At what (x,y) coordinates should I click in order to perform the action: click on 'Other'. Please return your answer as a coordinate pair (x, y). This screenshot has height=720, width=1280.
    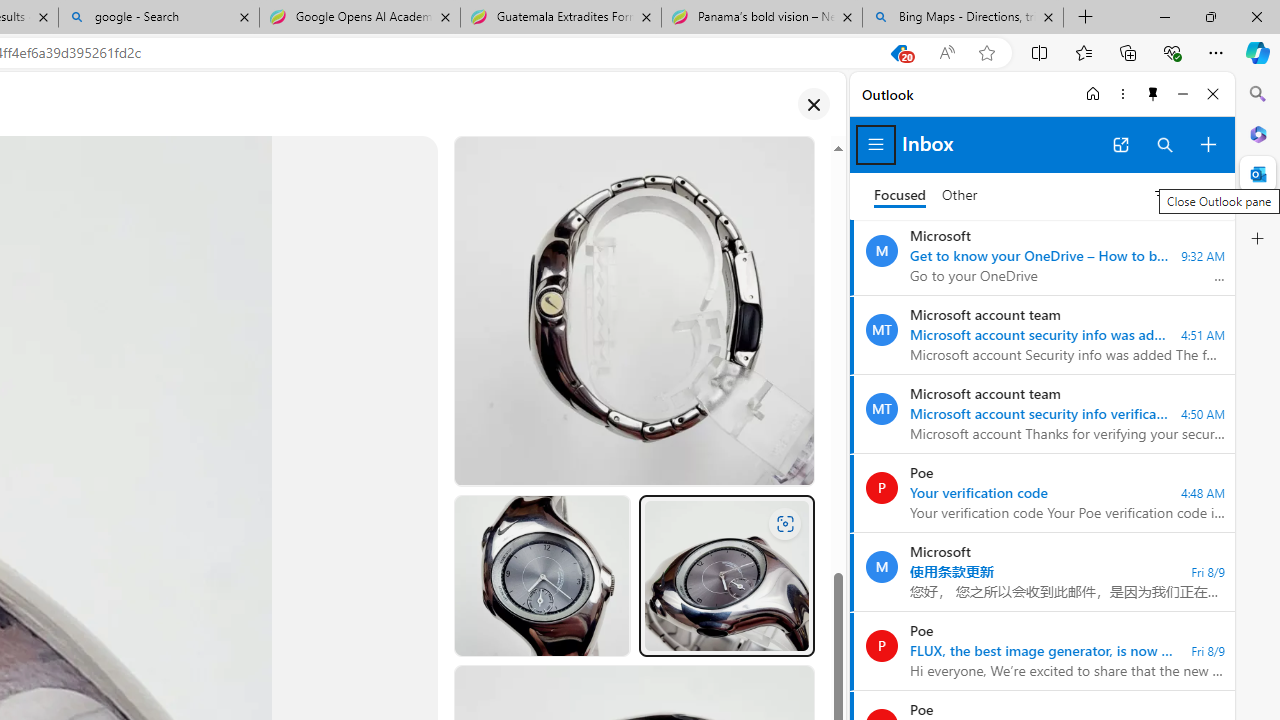
    Looking at the image, I should click on (960, 195).